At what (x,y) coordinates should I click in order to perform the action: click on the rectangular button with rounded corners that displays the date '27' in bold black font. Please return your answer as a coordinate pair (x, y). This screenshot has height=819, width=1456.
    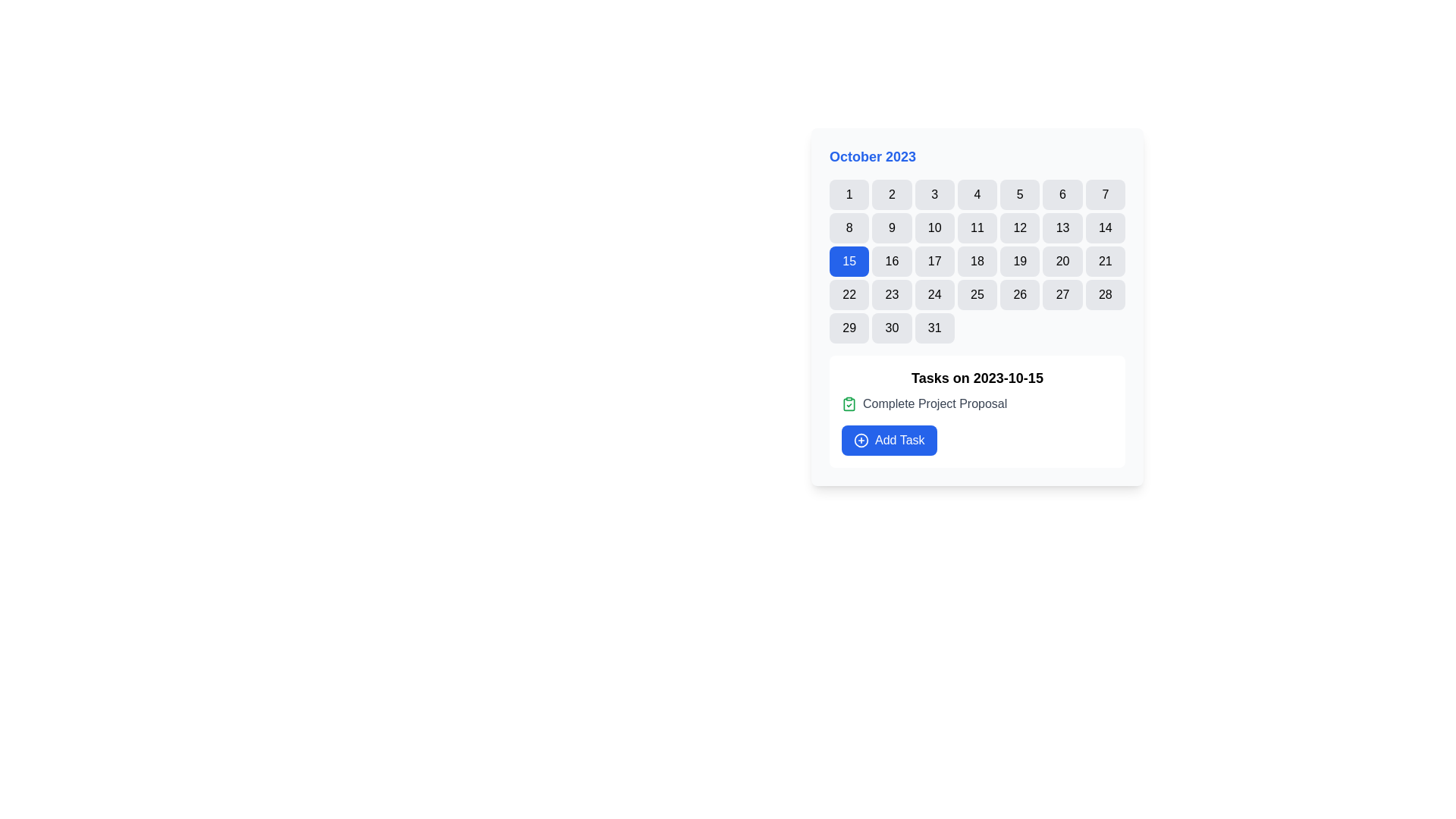
    Looking at the image, I should click on (1062, 295).